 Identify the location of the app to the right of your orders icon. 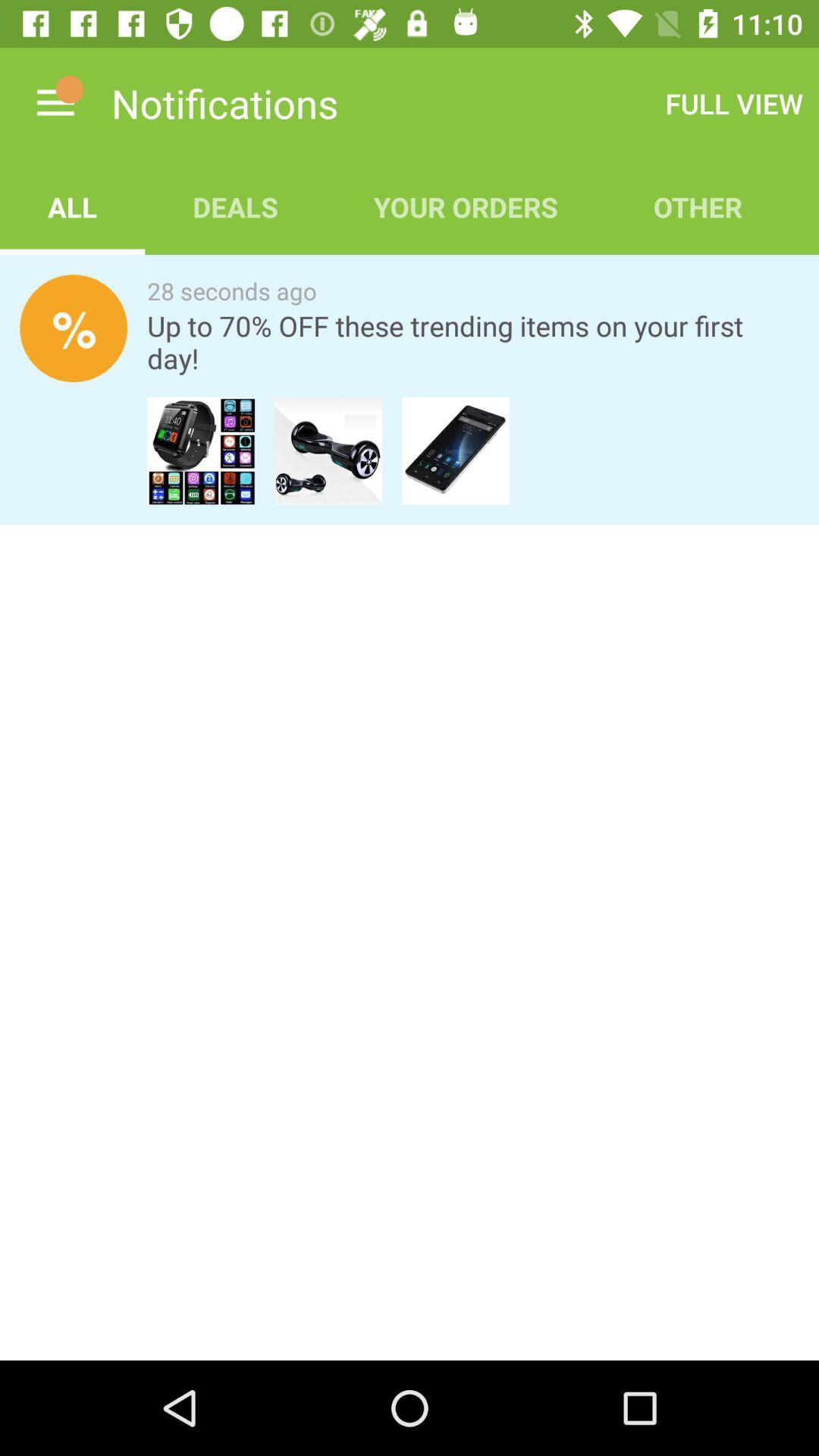
(733, 102).